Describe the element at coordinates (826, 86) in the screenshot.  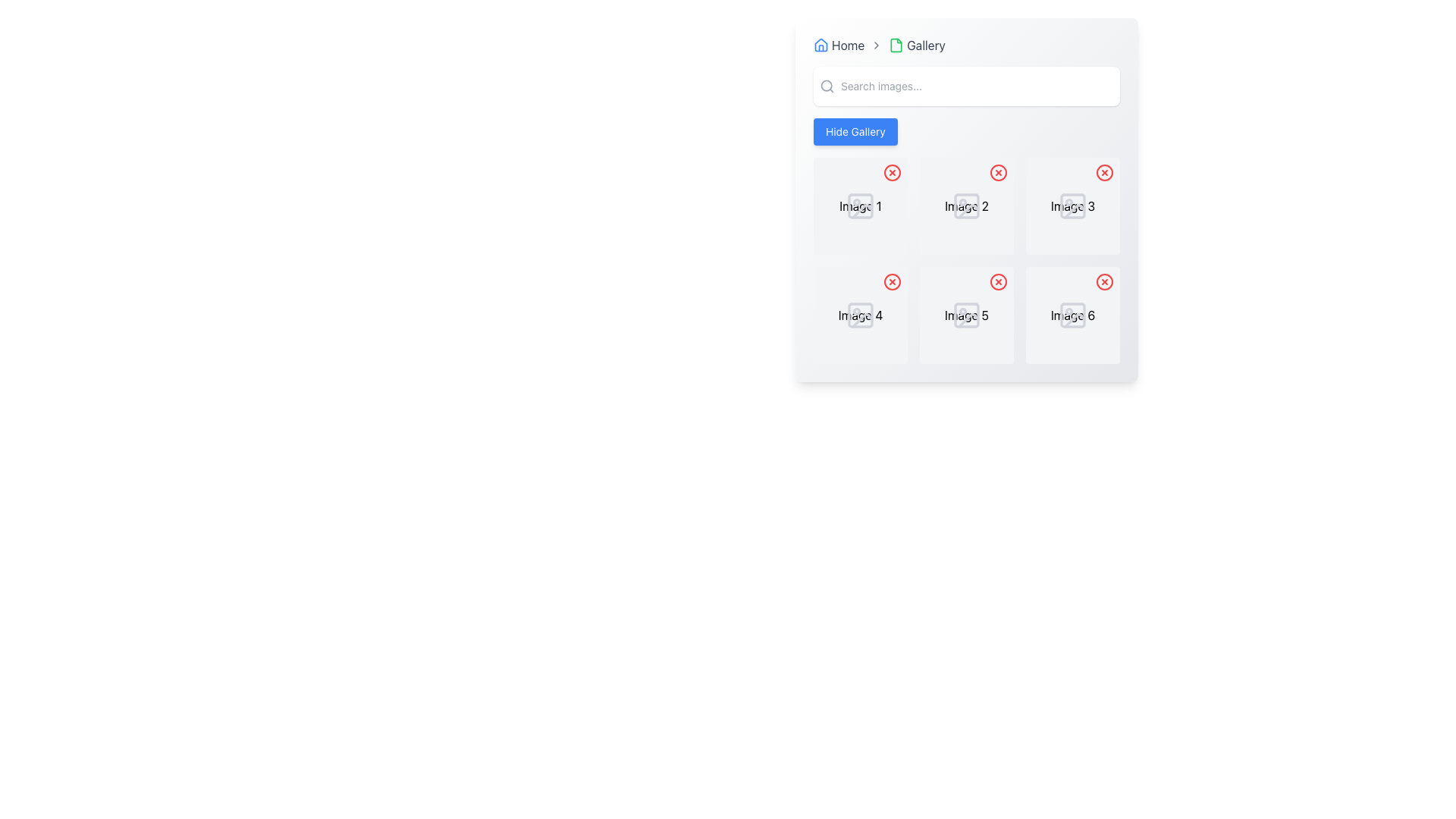
I see `the circular SVG element inside the search icon located at the top-left corner of the interface` at that location.